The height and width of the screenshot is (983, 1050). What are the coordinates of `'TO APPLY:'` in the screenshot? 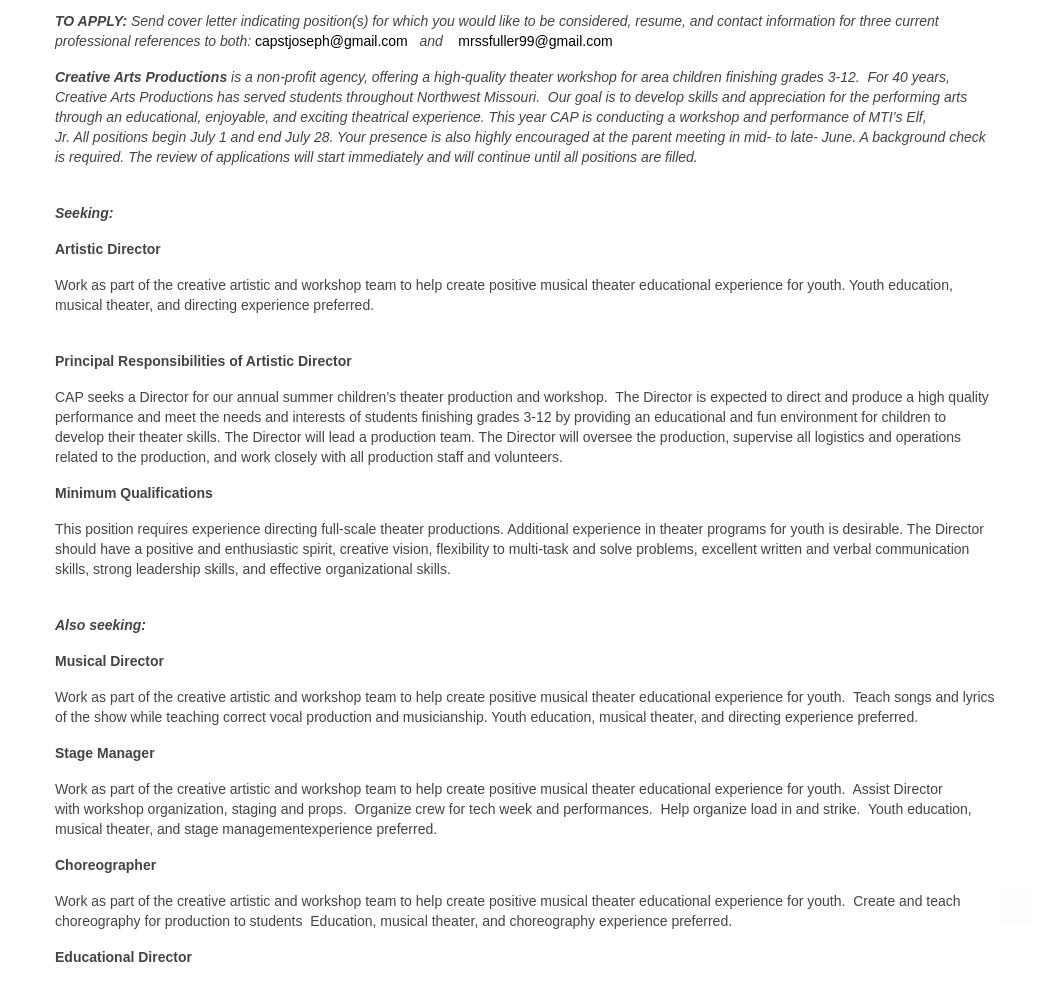 It's located at (54, 20).